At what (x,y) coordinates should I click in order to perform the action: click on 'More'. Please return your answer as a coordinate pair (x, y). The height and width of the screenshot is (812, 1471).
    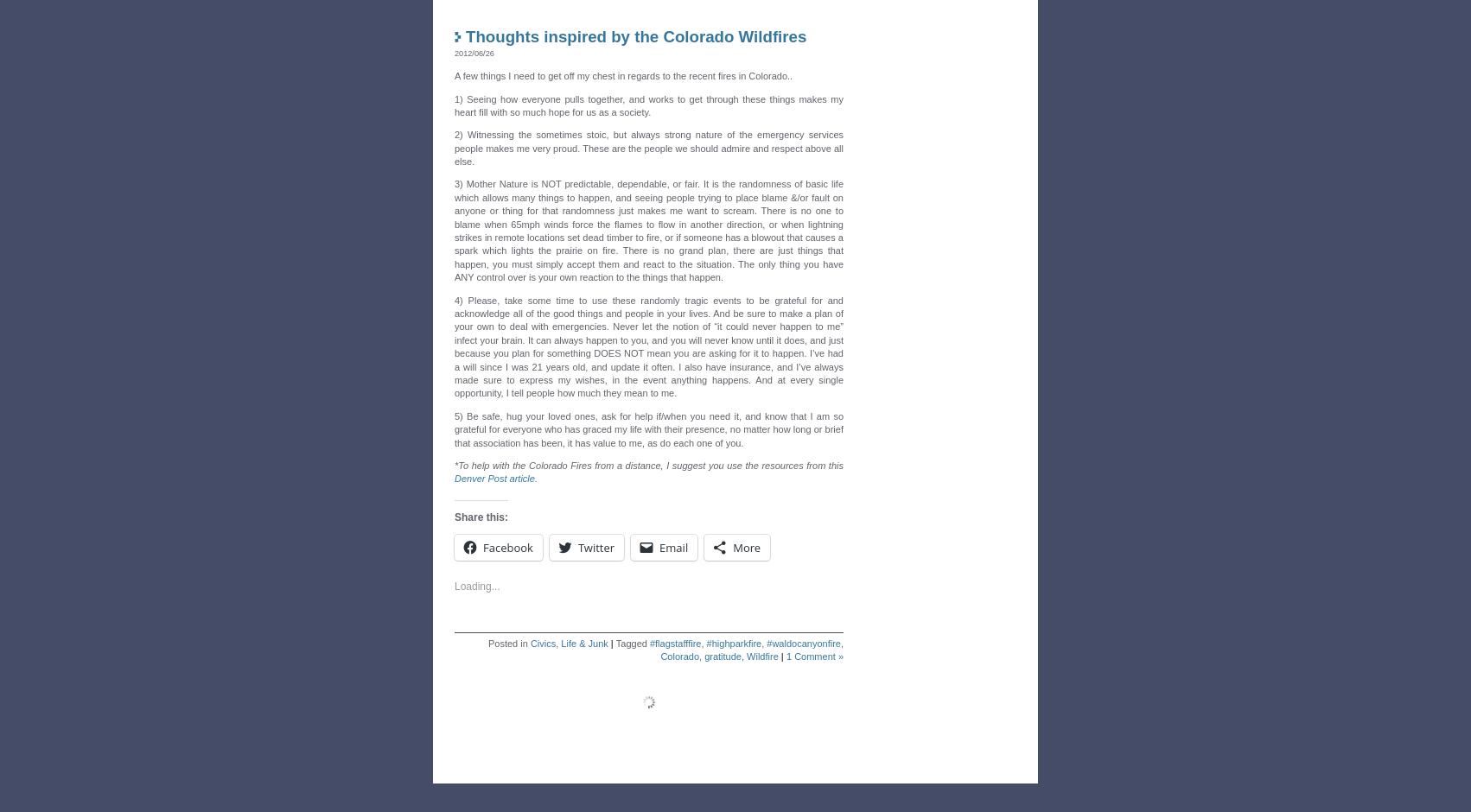
    Looking at the image, I should click on (746, 542).